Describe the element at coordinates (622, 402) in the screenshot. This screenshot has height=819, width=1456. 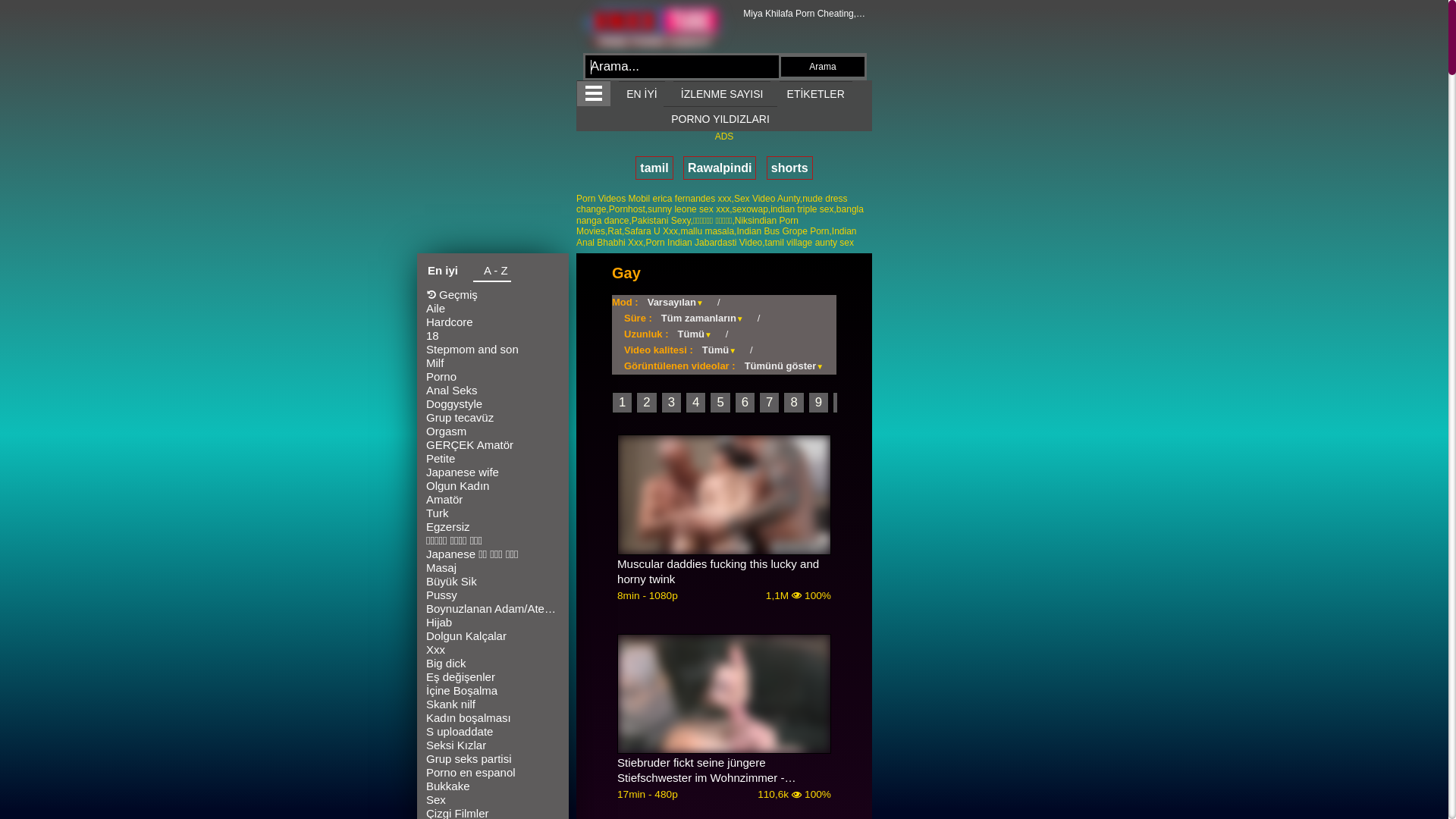
I see `'1'` at that location.